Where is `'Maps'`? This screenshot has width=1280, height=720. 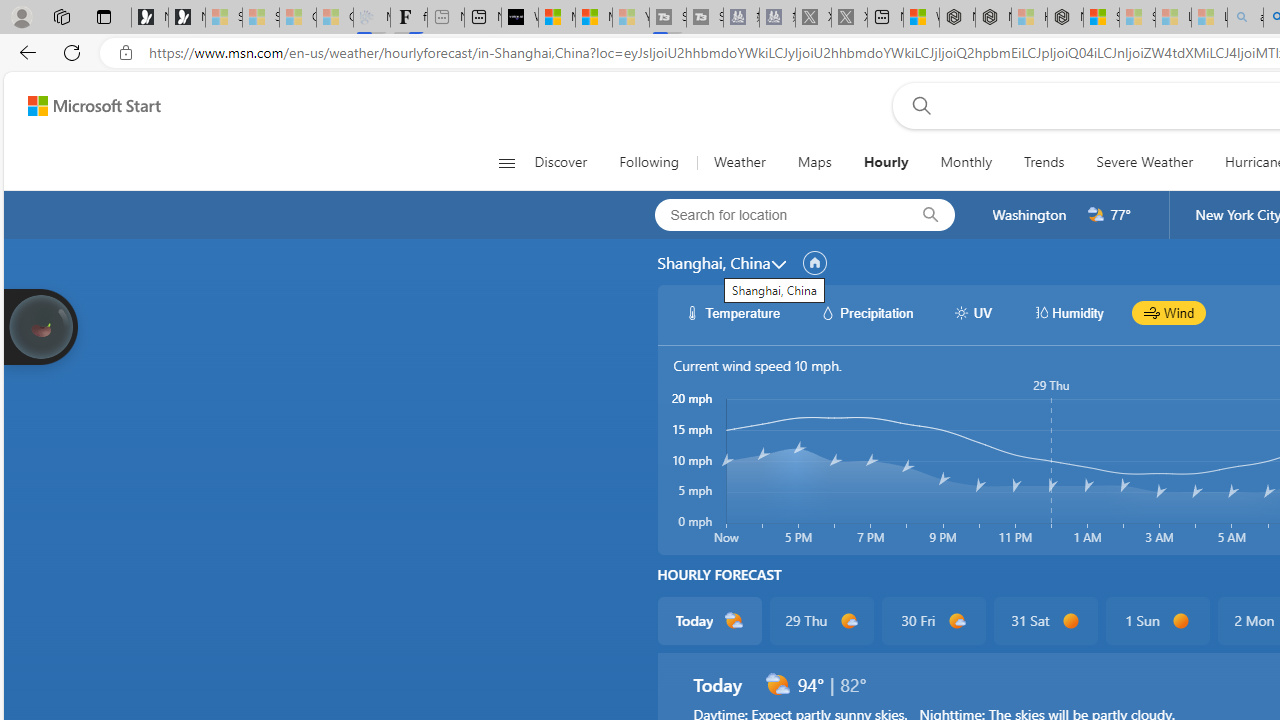 'Maps' is located at coordinates (814, 162).